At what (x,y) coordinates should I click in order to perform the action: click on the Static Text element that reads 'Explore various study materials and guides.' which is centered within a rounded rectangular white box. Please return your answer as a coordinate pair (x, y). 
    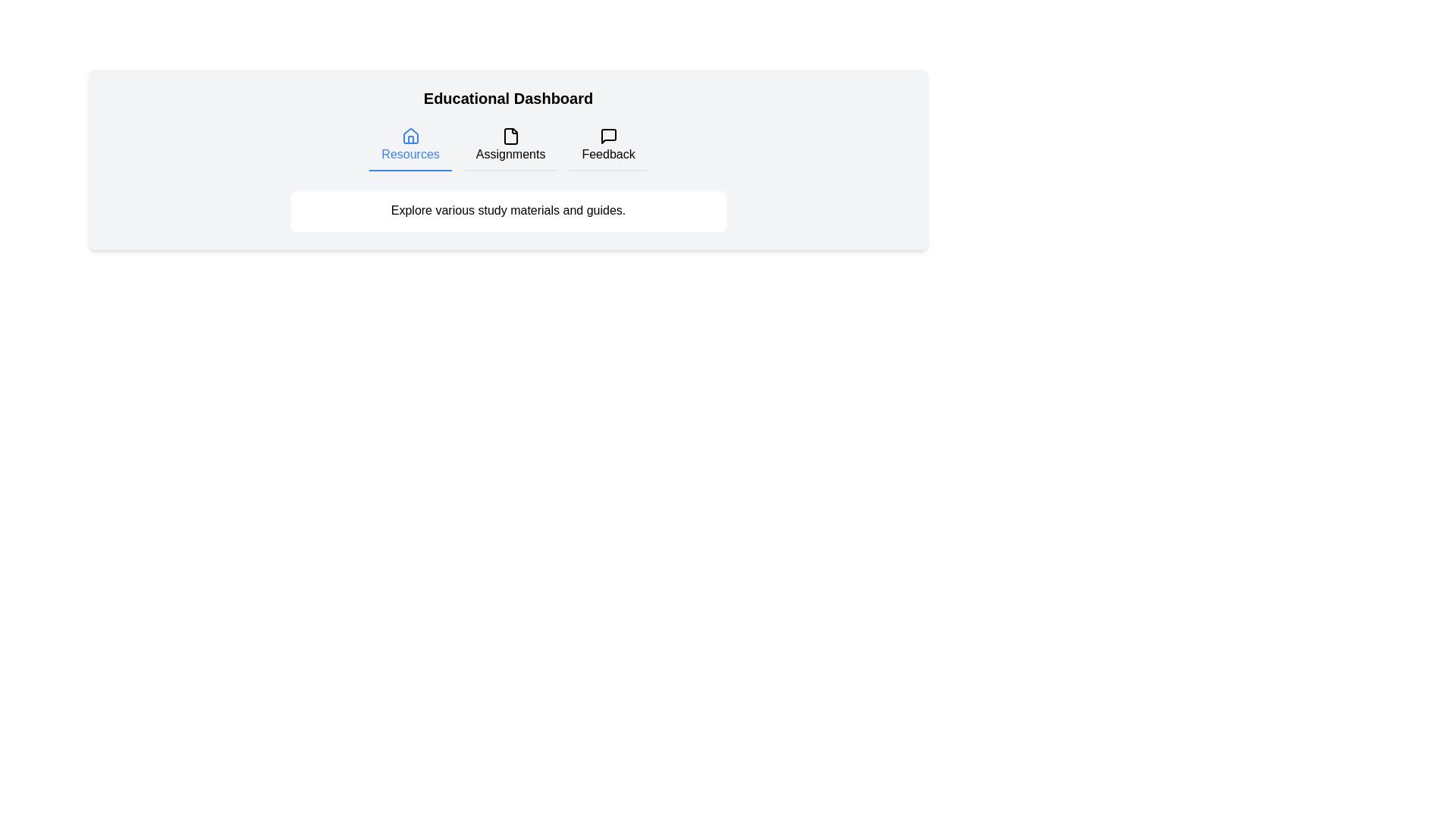
    Looking at the image, I should click on (508, 210).